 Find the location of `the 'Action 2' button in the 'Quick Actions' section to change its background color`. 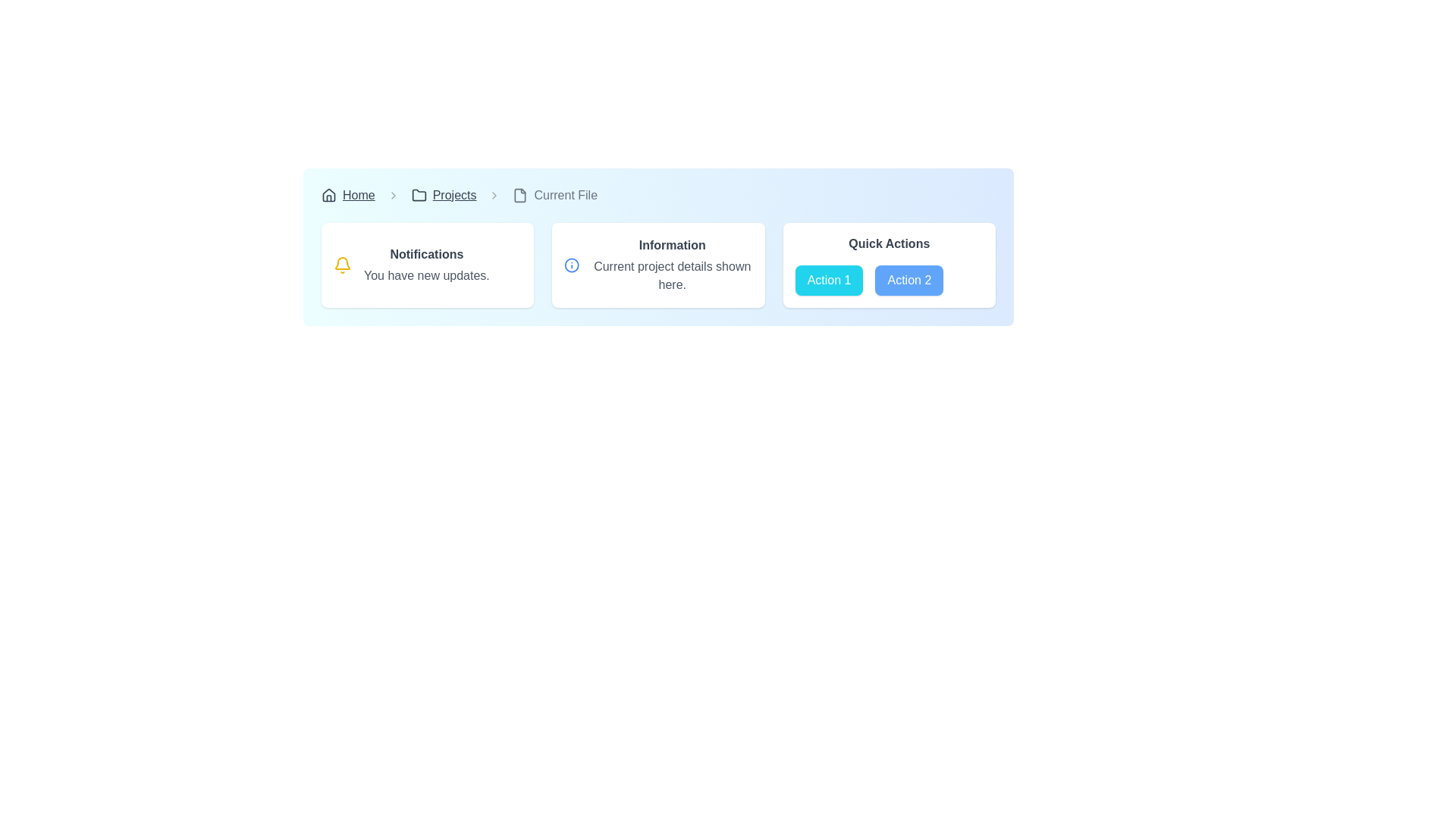

the 'Action 2' button in the 'Quick Actions' section to change its background color is located at coordinates (909, 281).